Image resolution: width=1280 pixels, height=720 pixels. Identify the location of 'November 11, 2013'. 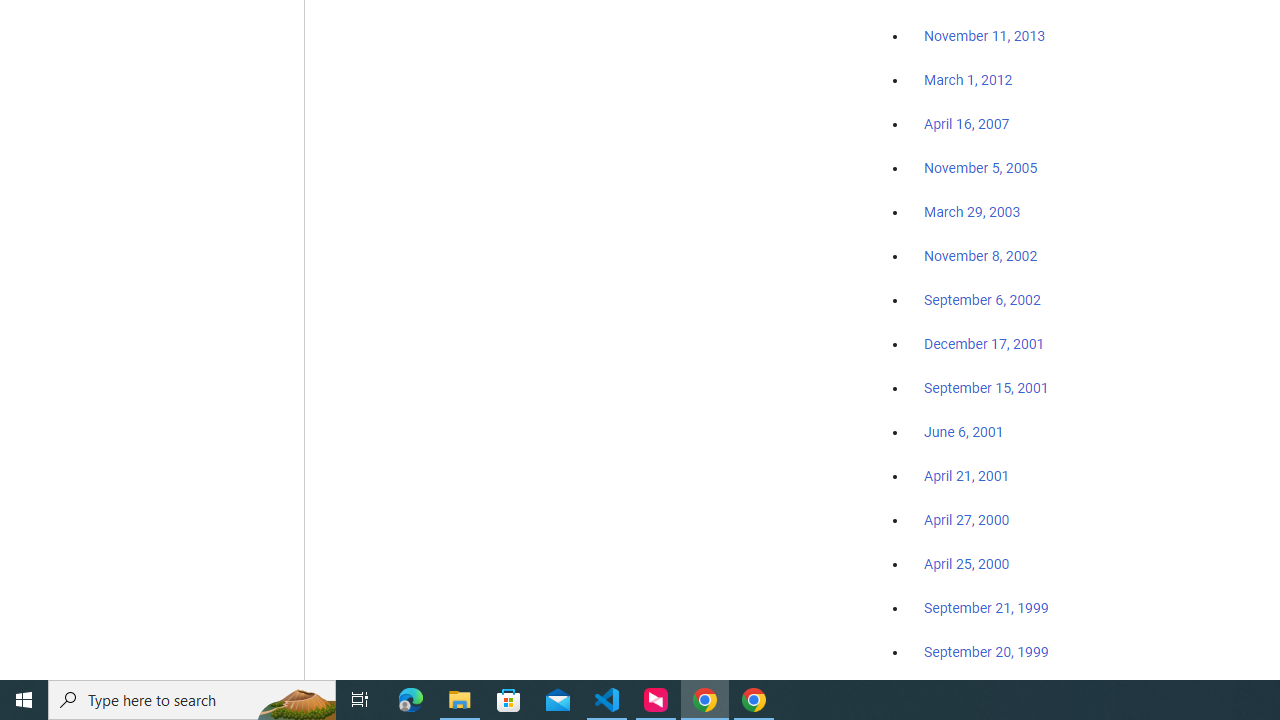
(984, 37).